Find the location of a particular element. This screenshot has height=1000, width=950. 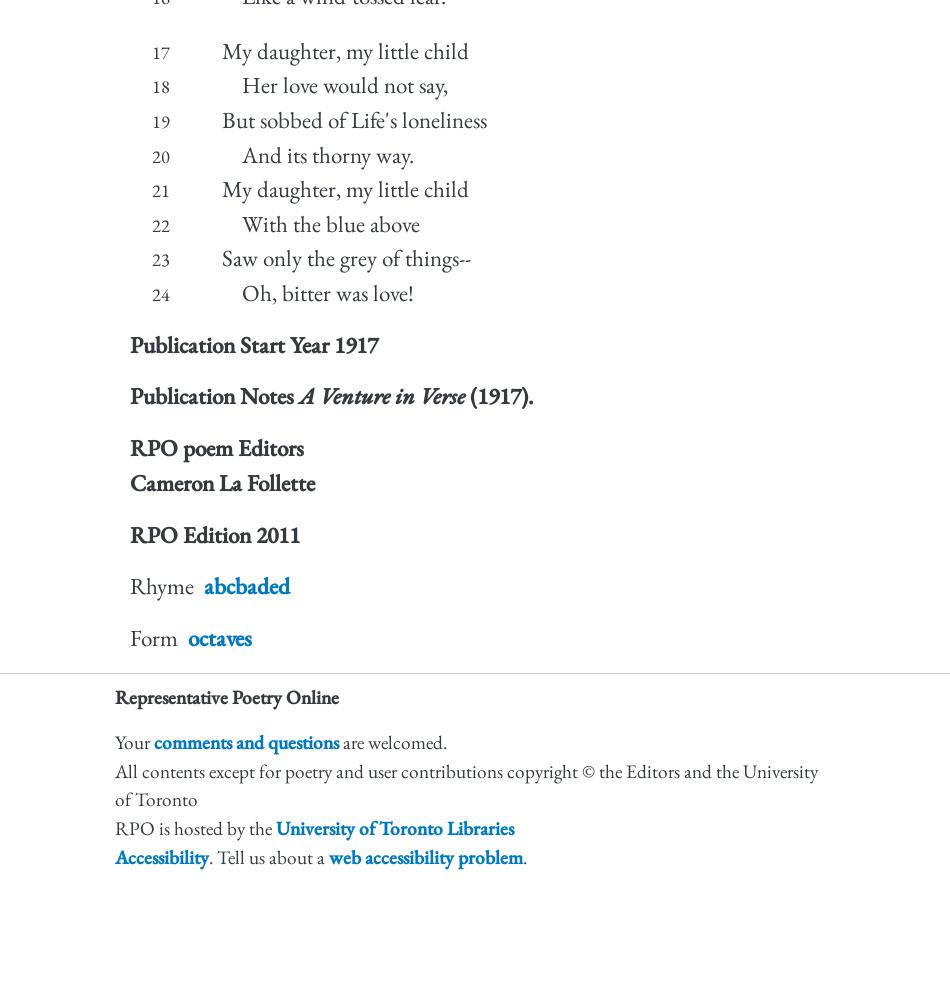

'University of Toronto Libraries' is located at coordinates (394, 827).